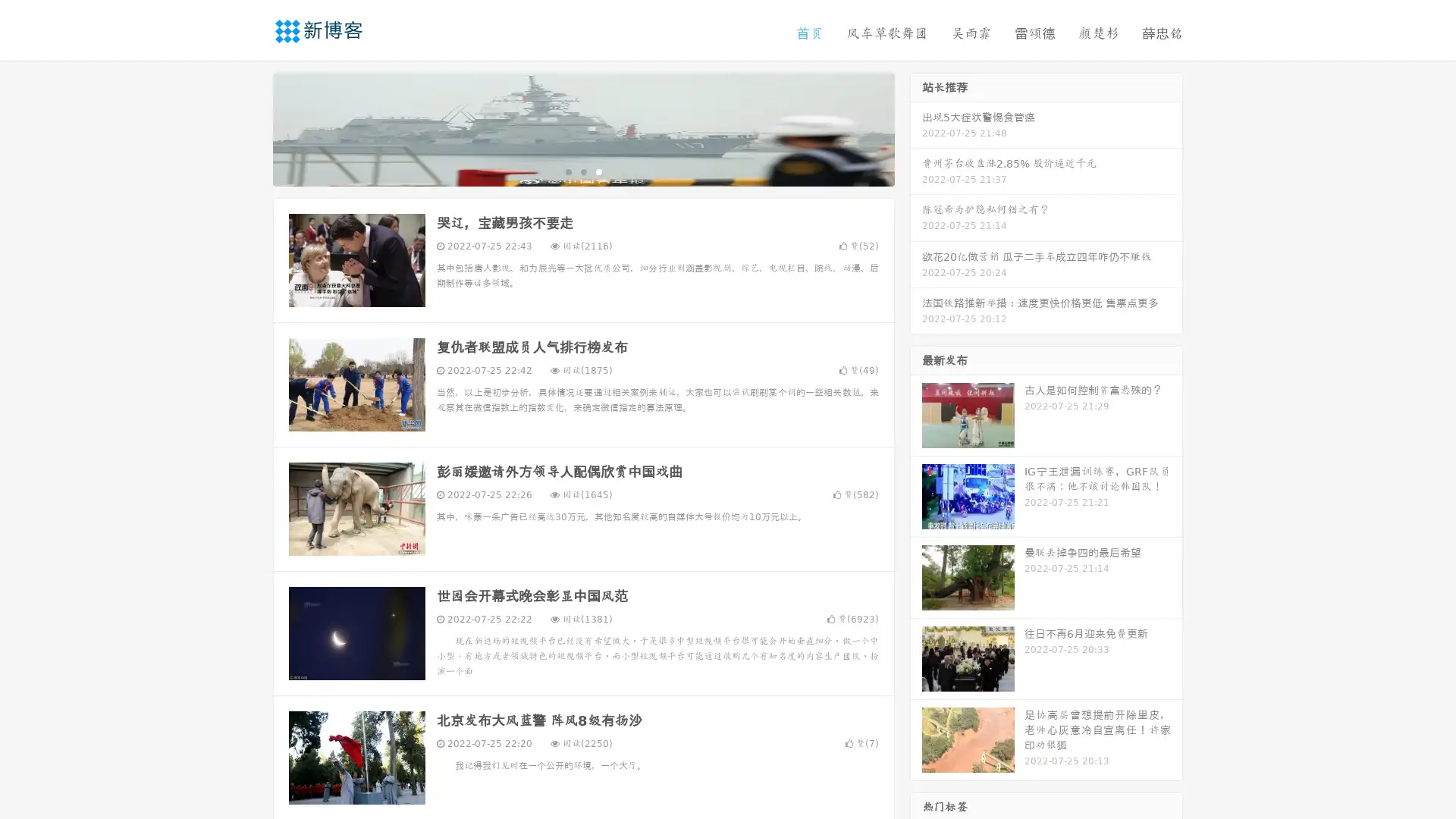 Image resolution: width=1456 pixels, height=819 pixels. What do you see at coordinates (567, 171) in the screenshot?
I see `Go to slide 1` at bounding box center [567, 171].